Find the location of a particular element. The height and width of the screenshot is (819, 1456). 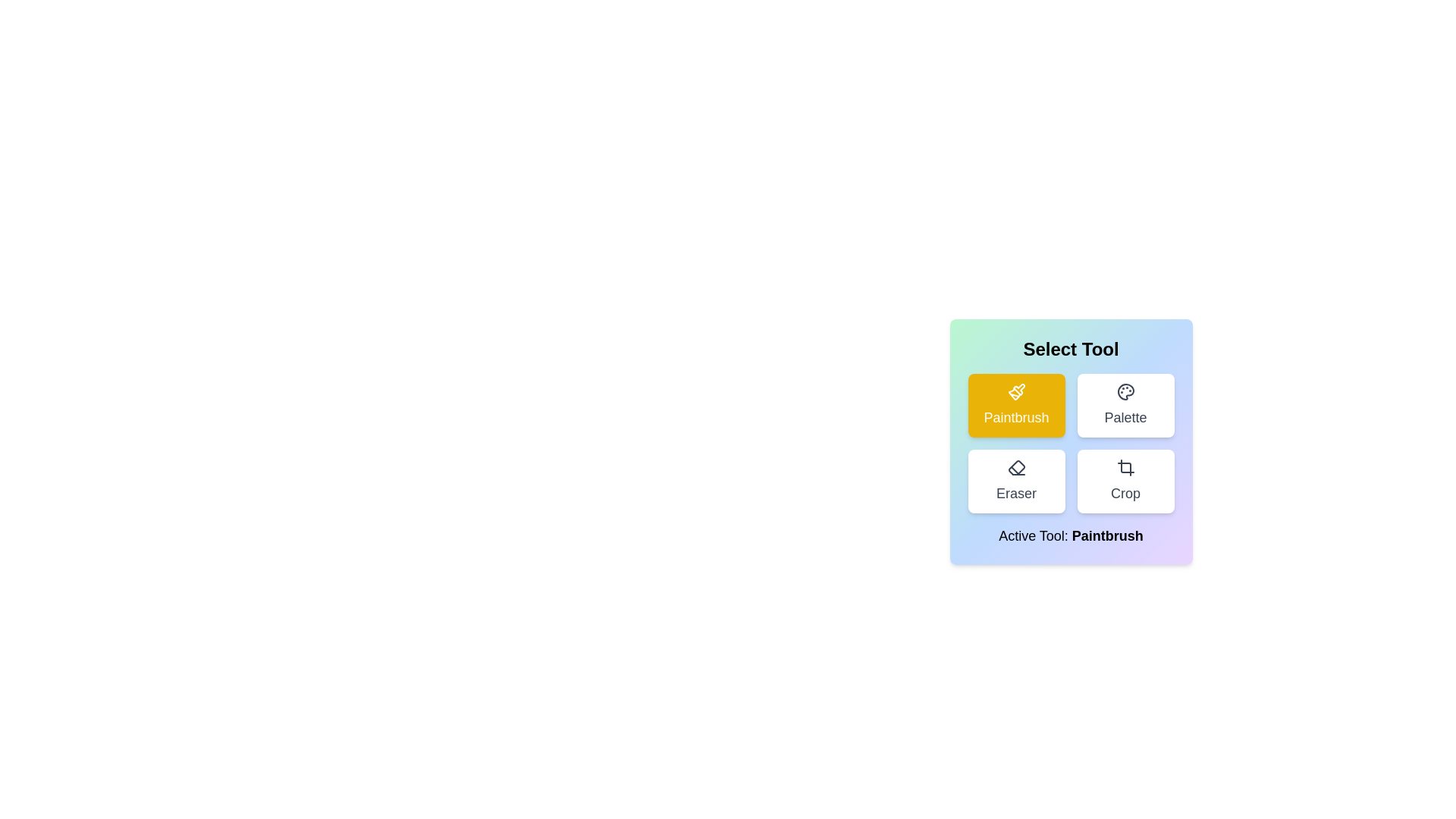

the Eraser button to observe its hover effect is located at coordinates (1016, 482).